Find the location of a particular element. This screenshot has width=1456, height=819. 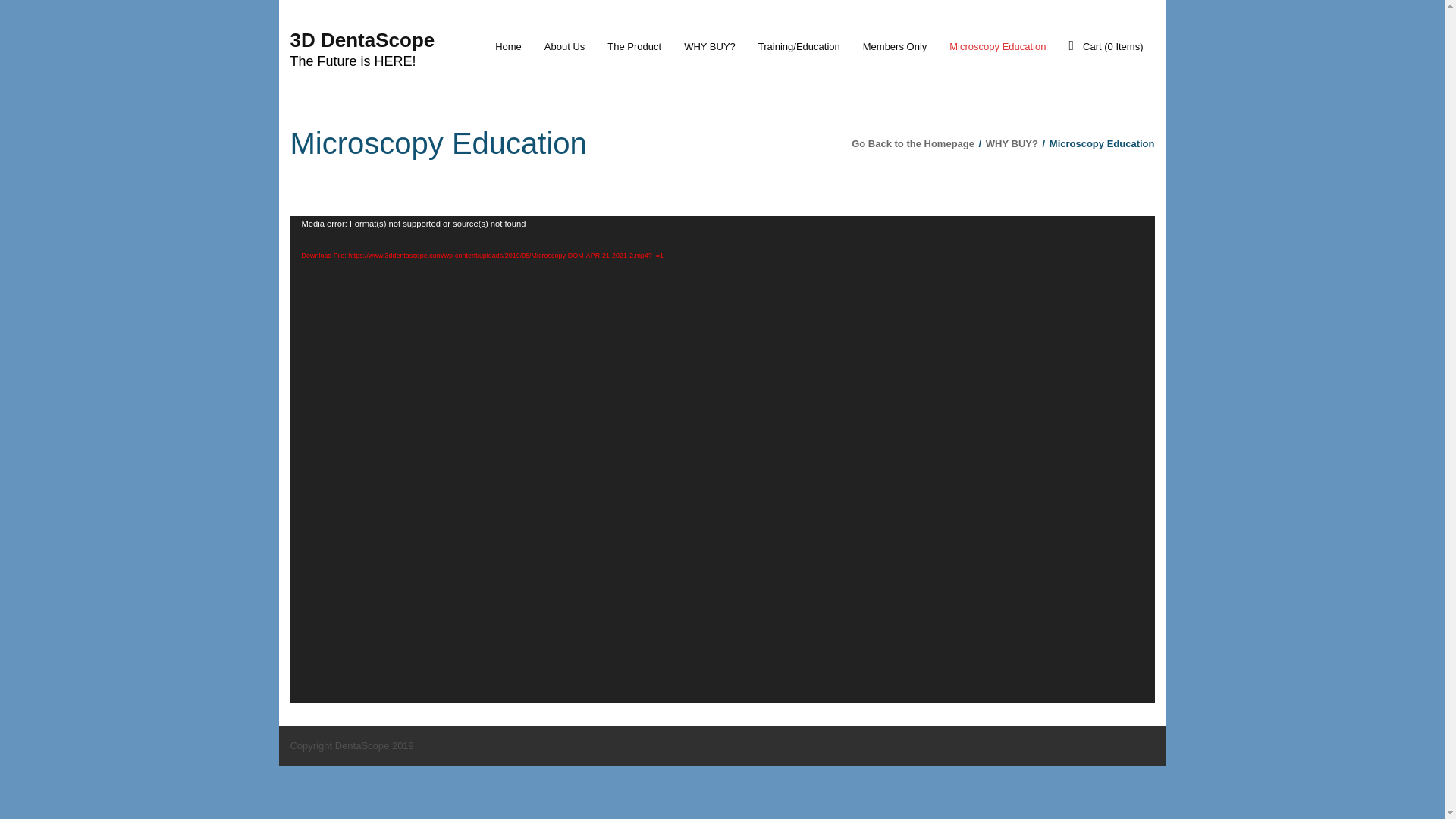

'Members Only' is located at coordinates (895, 45).